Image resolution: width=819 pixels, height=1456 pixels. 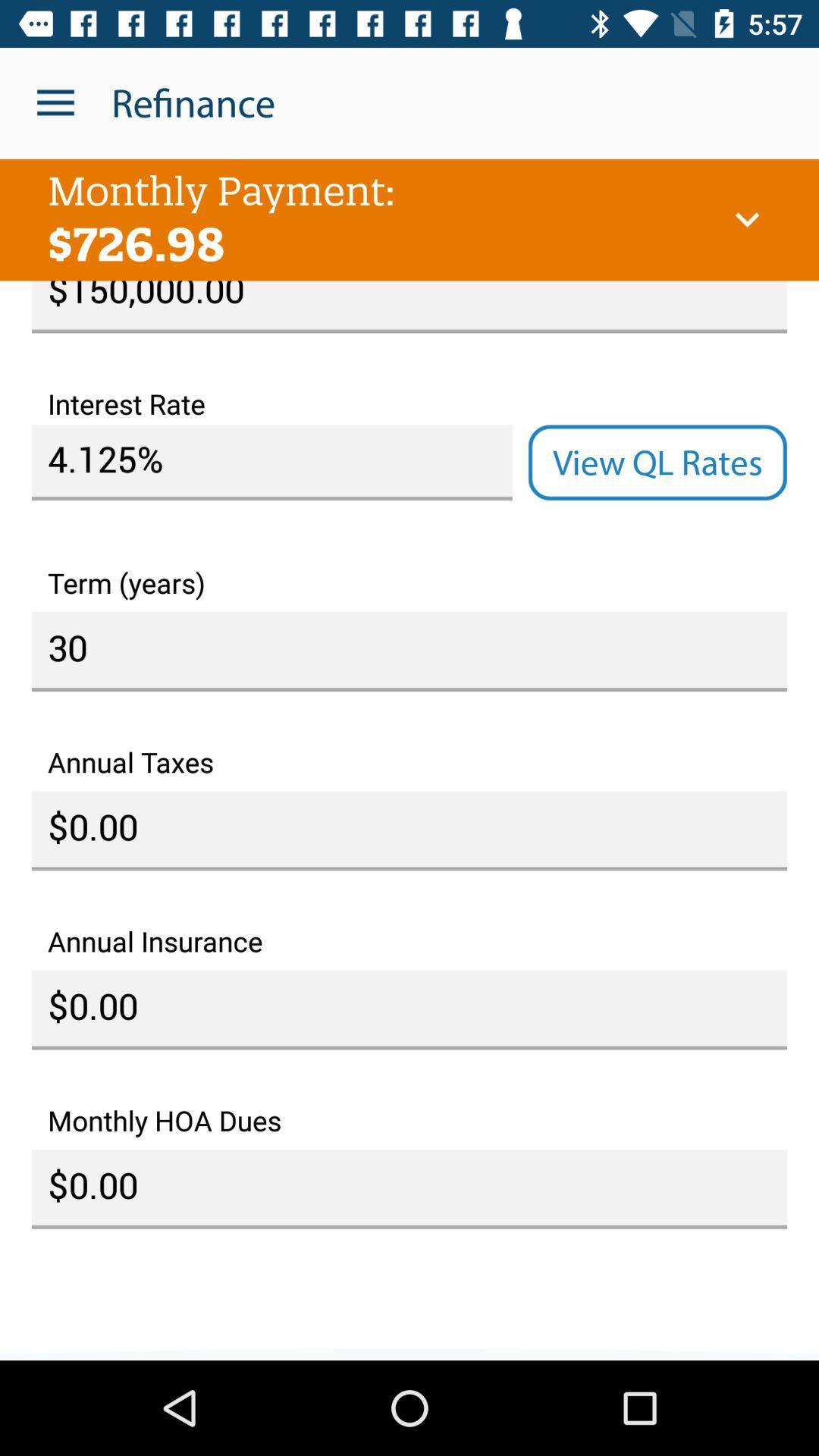 I want to click on 30 icon, so click(x=409, y=651).